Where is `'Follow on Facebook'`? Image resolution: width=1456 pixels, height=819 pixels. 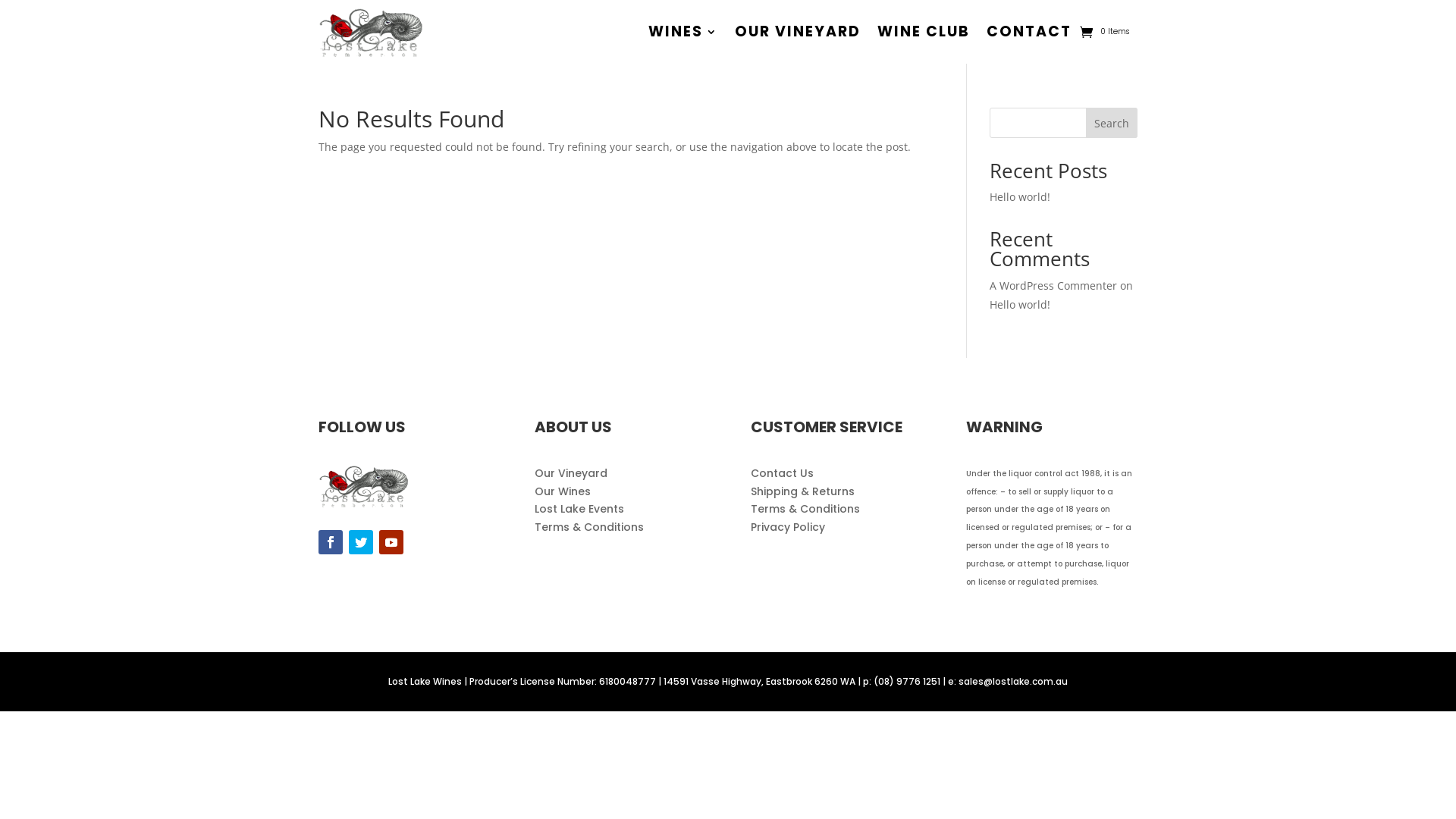
'Follow on Facebook' is located at coordinates (330, 541).